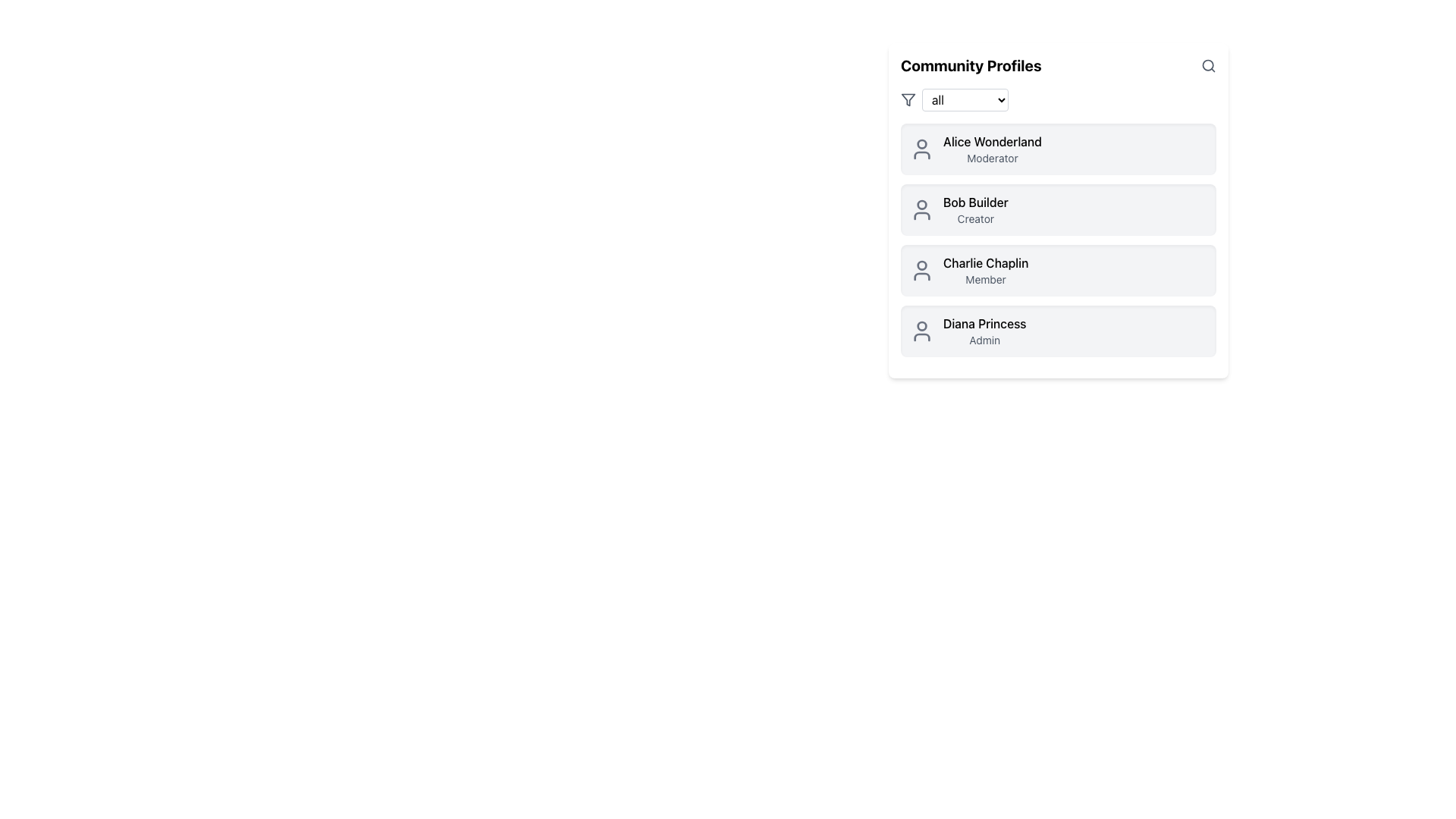 The image size is (1456, 819). I want to click on the 'Admin' status indicator text label of user 'Diana Princess', located directly below their name in the user profile entry, so click(984, 339).